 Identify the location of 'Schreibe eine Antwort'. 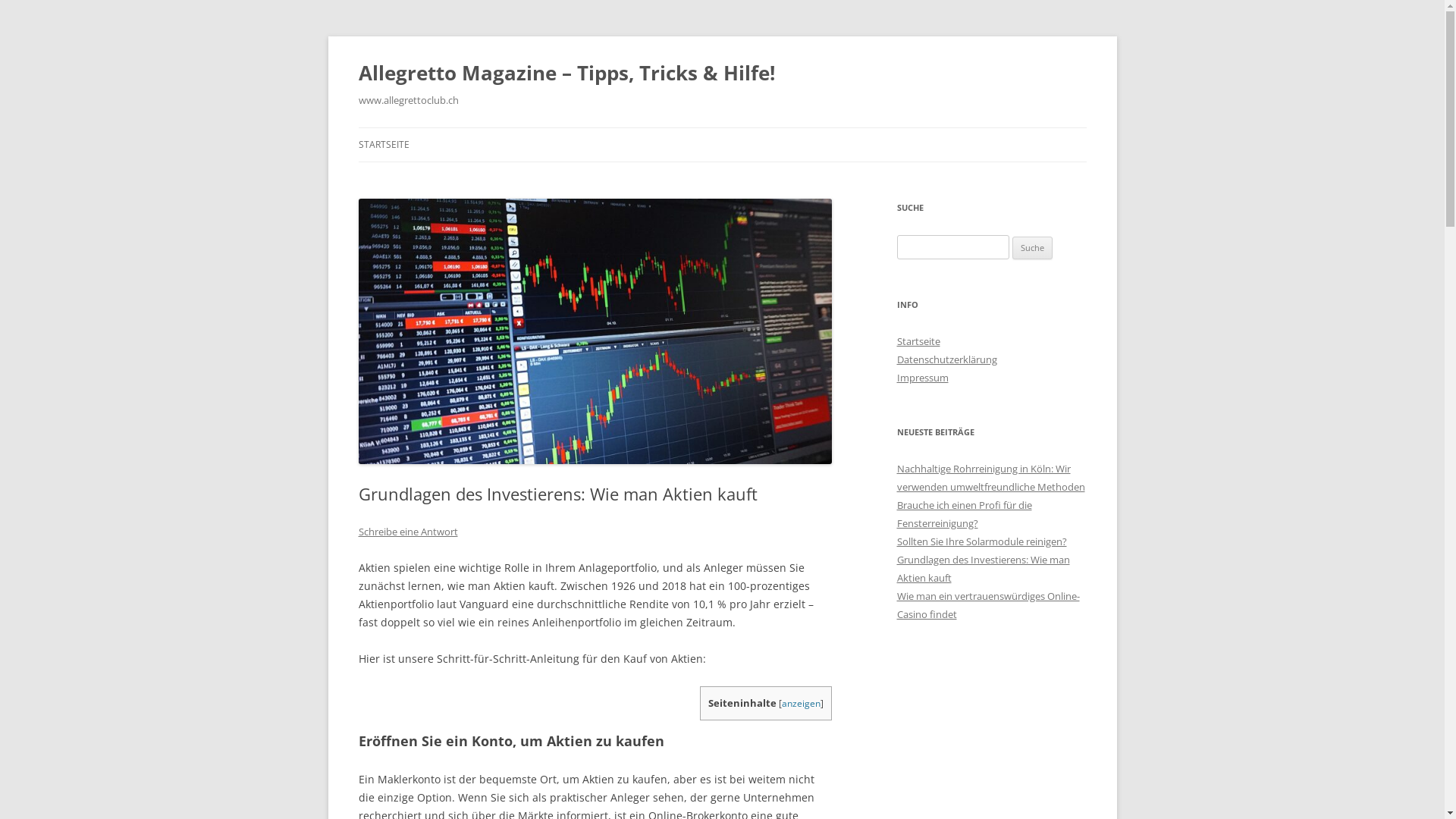
(407, 531).